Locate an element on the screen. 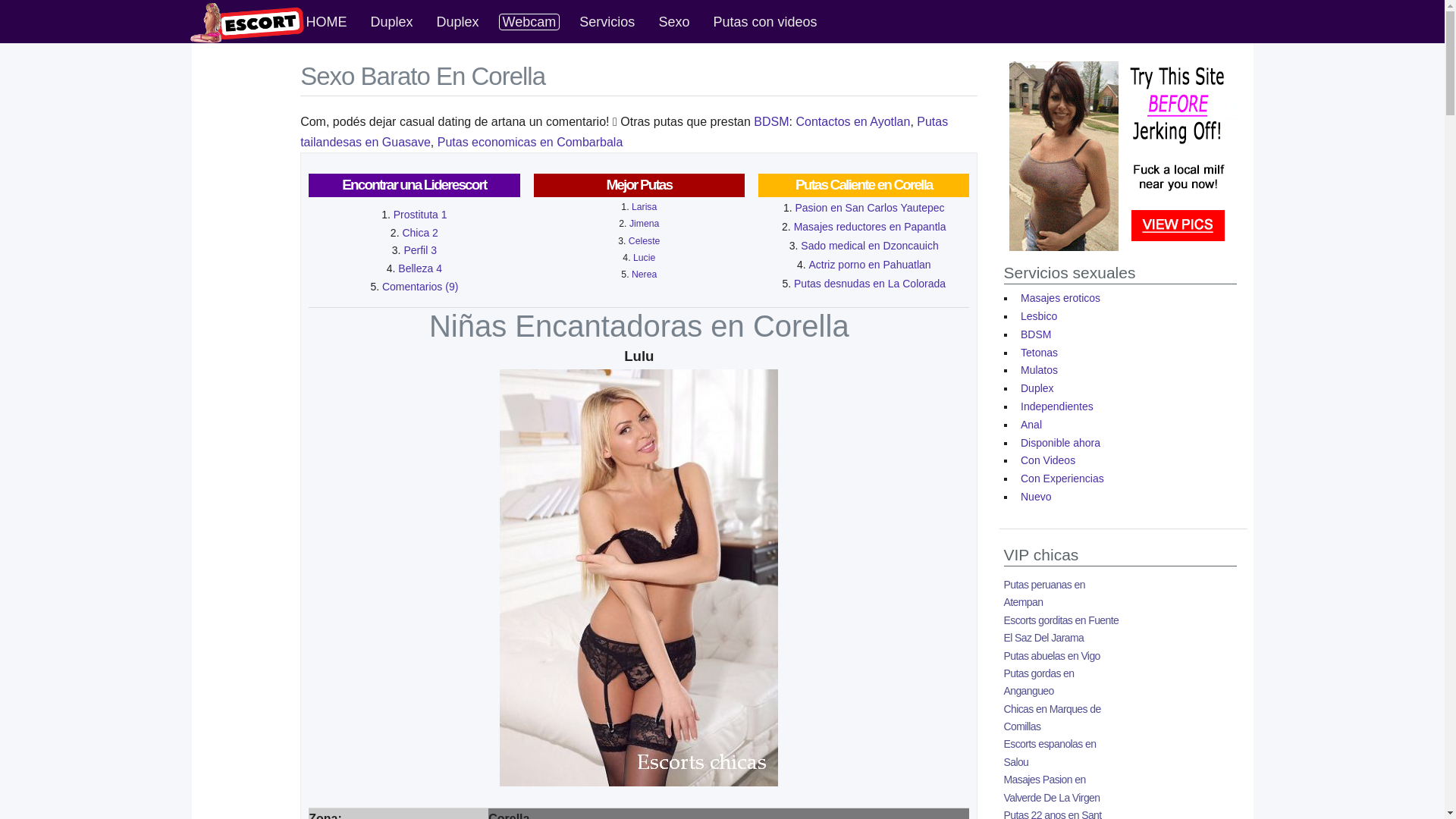  'Jimena' is located at coordinates (644, 223).